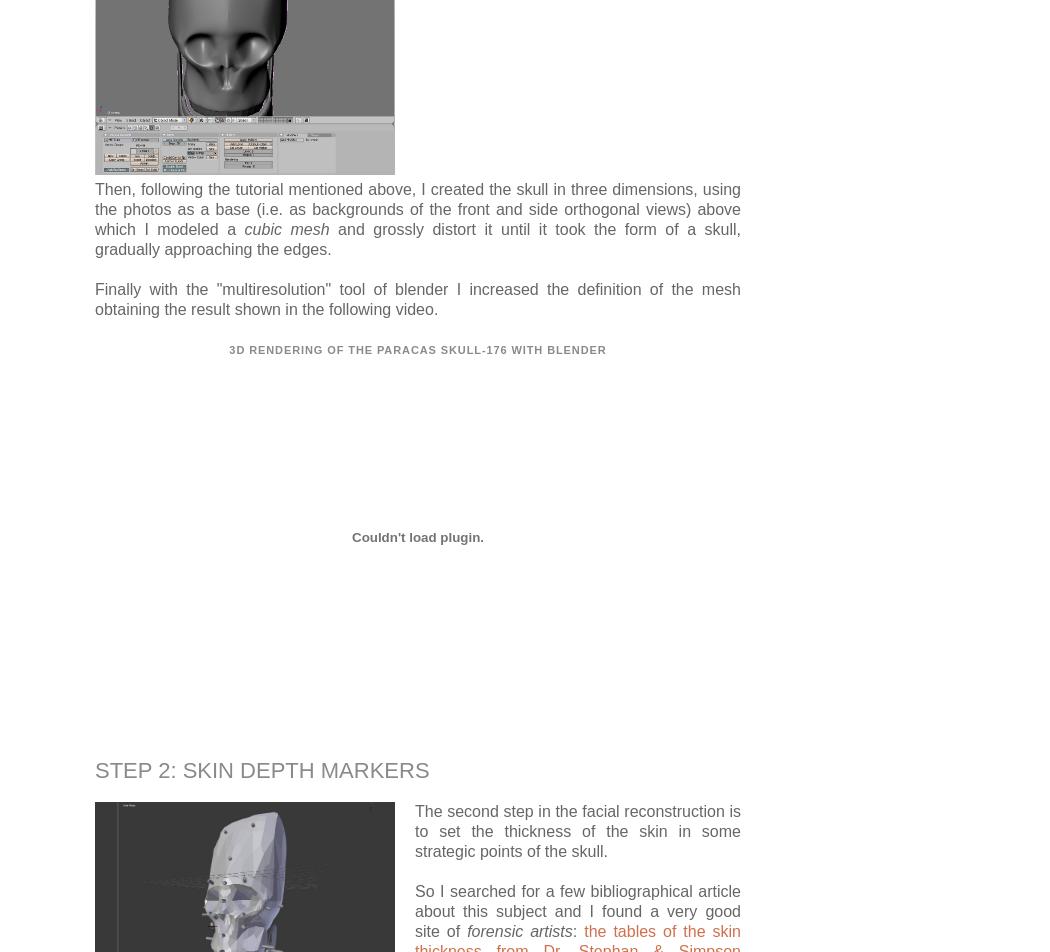 This screenshot has height=952, width=1050. What do you see at coordinates (285, 228) in the screenshot?
I see `'cubic mesh'` at bounding box center [285, 228].